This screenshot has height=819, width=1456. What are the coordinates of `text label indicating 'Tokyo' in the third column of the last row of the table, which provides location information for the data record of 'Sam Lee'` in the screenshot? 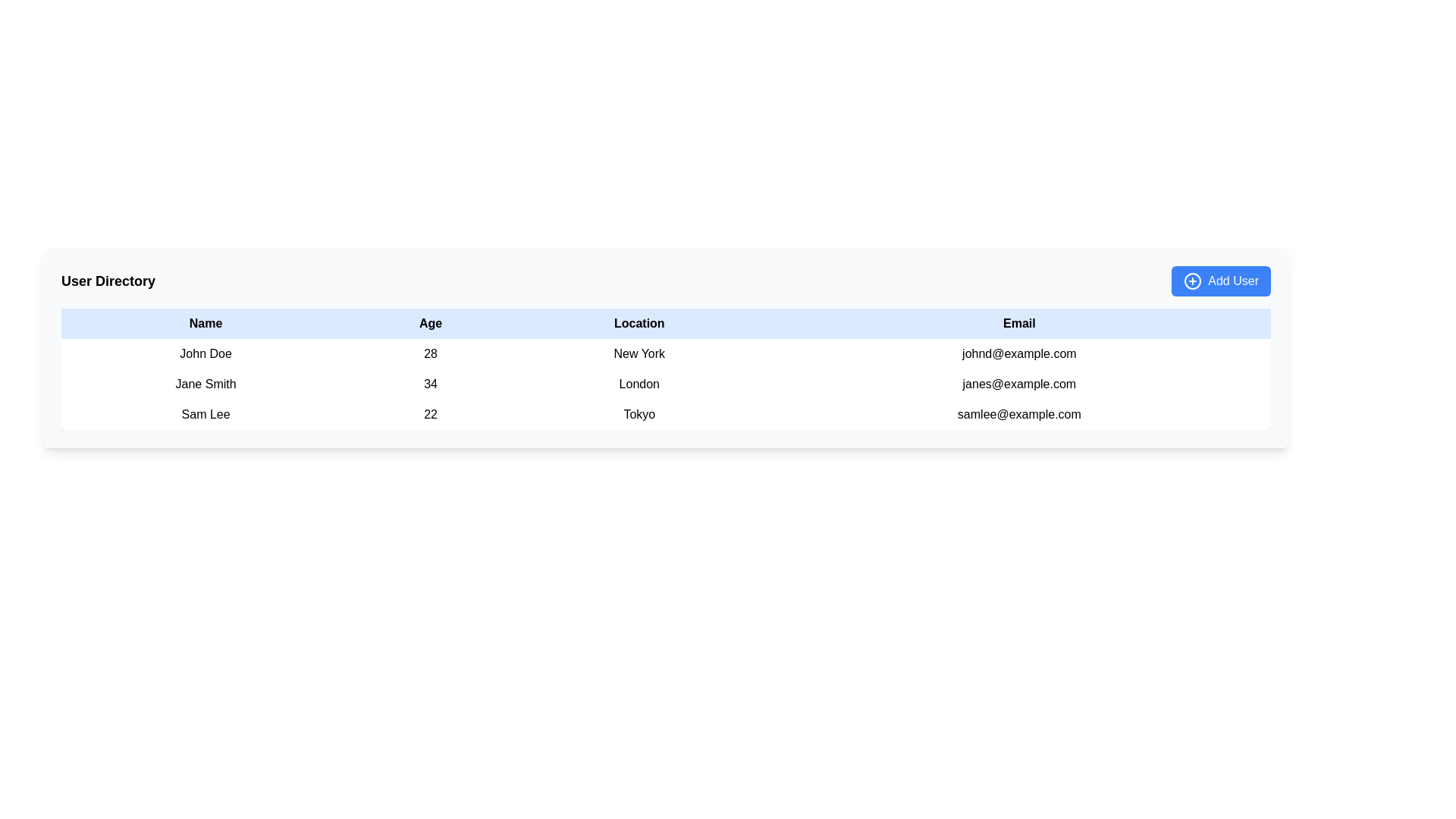 It's located at (639, 415).